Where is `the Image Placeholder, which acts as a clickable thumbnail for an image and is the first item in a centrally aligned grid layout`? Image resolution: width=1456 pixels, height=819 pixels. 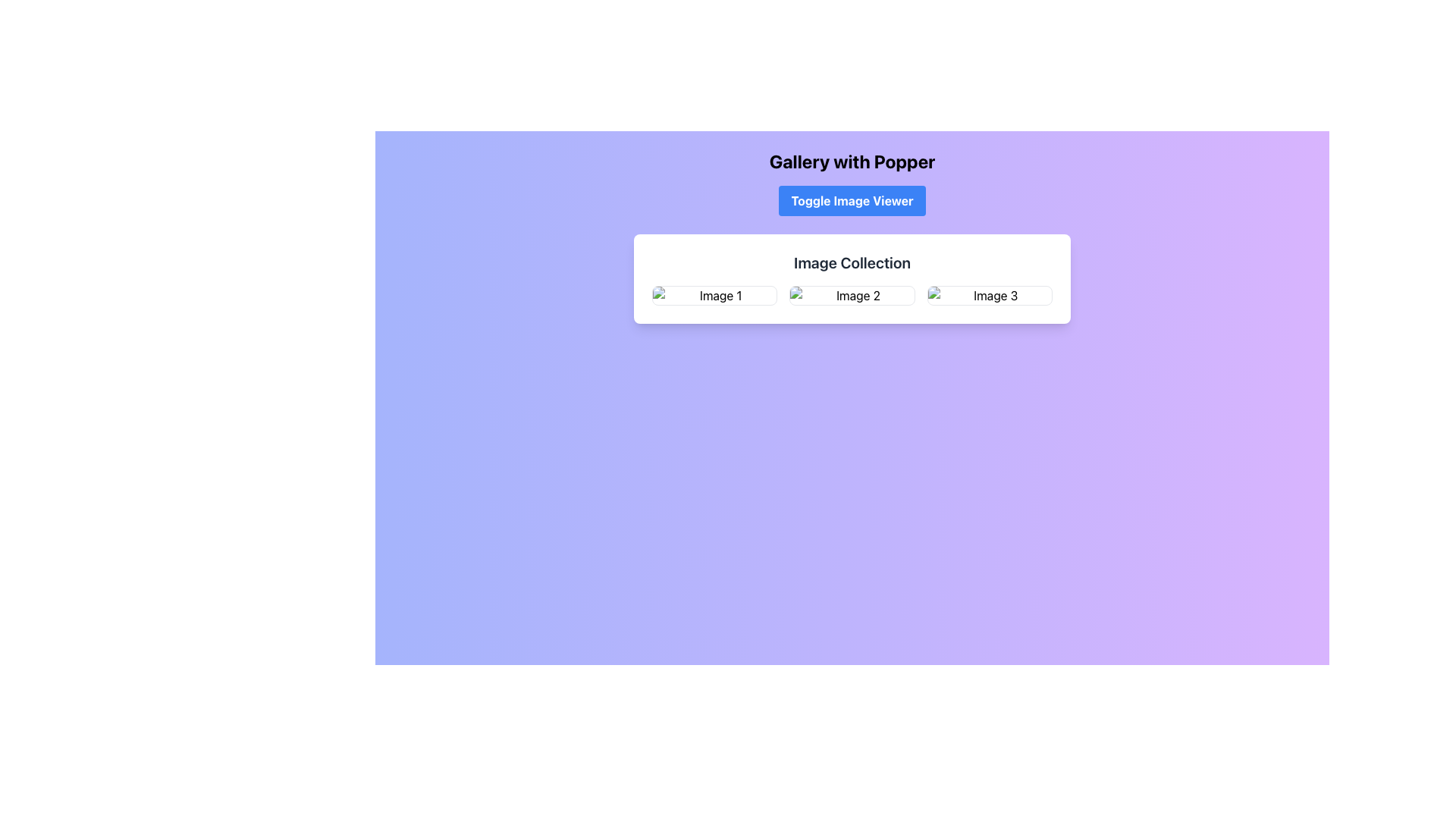 the Image Placeholder, which acts as a clickable thumbnail for an image and is the first item in a centrally aligned grid layout is located at coordinates (714, 295).